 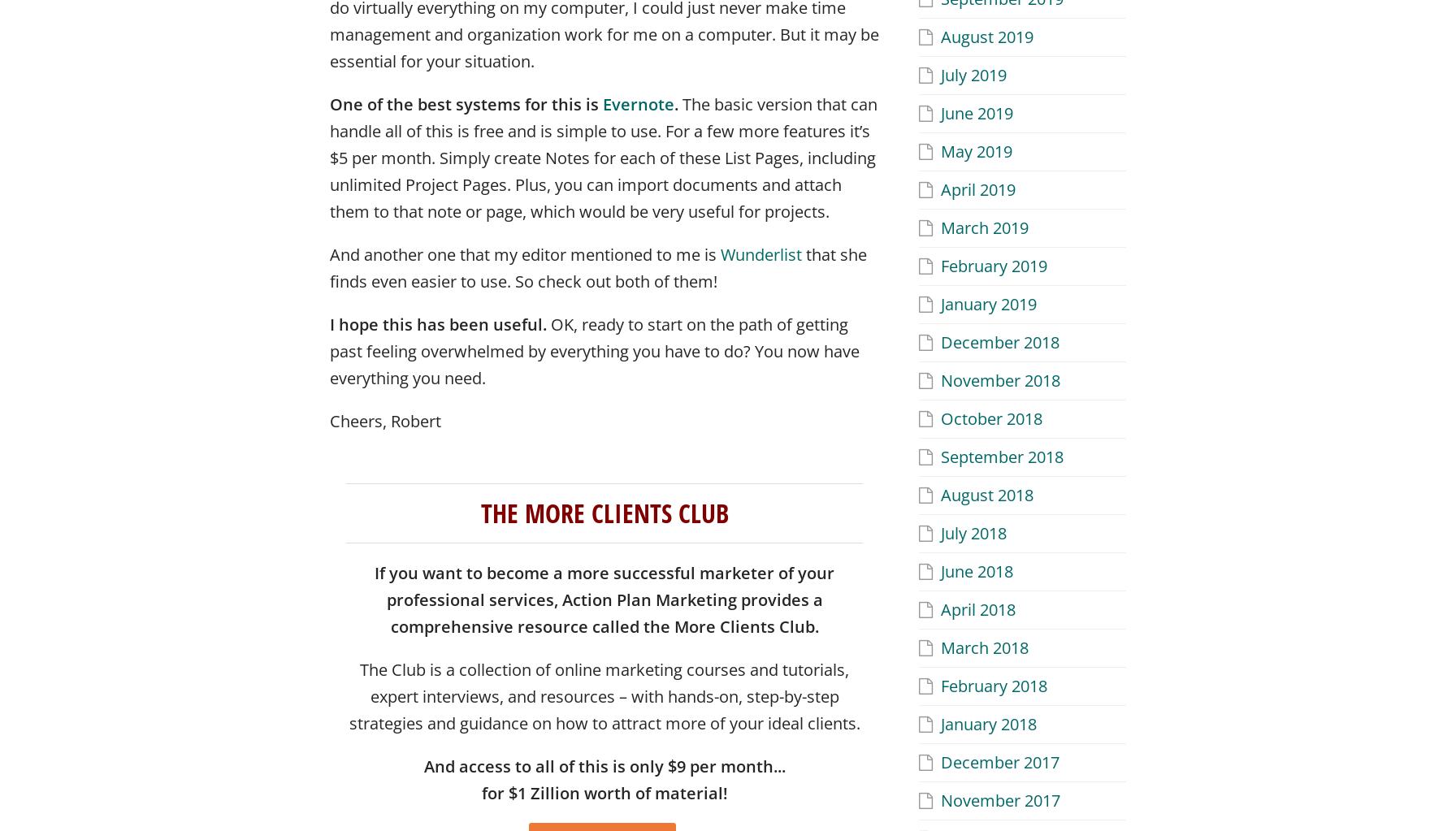 I want to click on 'February 2019', so click(x=994, y=265).